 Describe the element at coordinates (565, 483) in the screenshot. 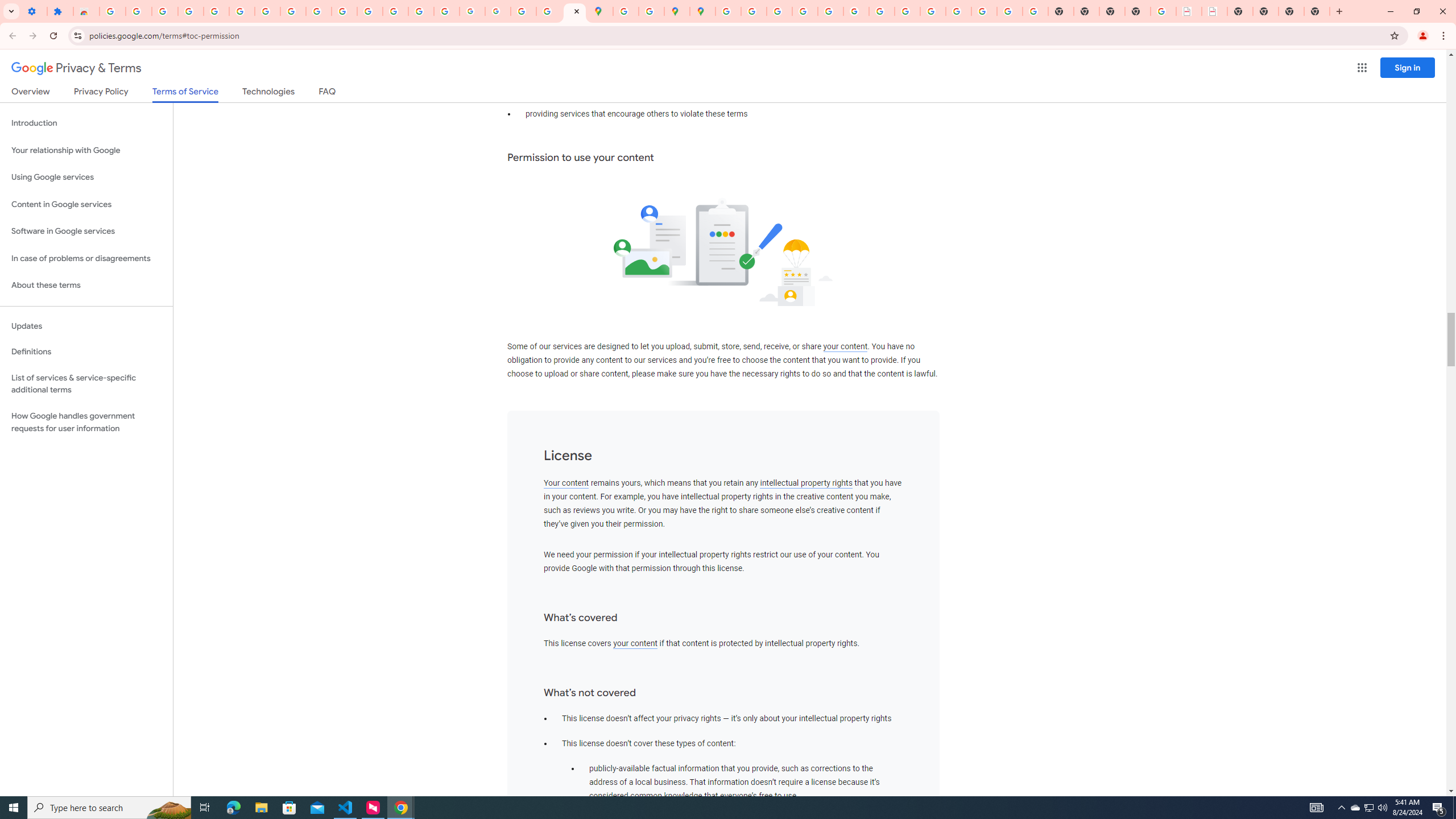

I see `'Your content'` at that location.